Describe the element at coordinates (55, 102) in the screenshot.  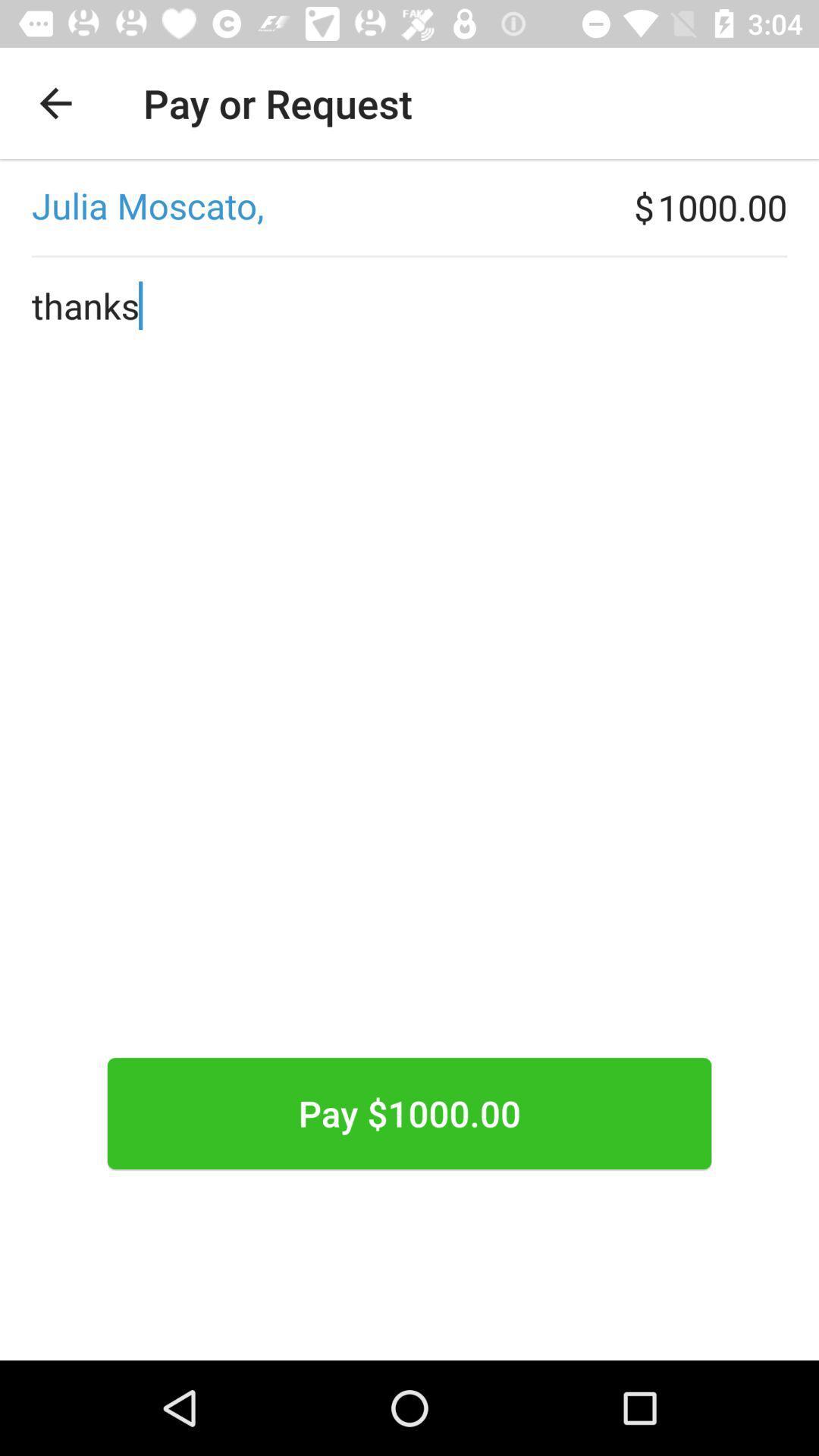
I see `the app next to the pay or request icon` at that location.